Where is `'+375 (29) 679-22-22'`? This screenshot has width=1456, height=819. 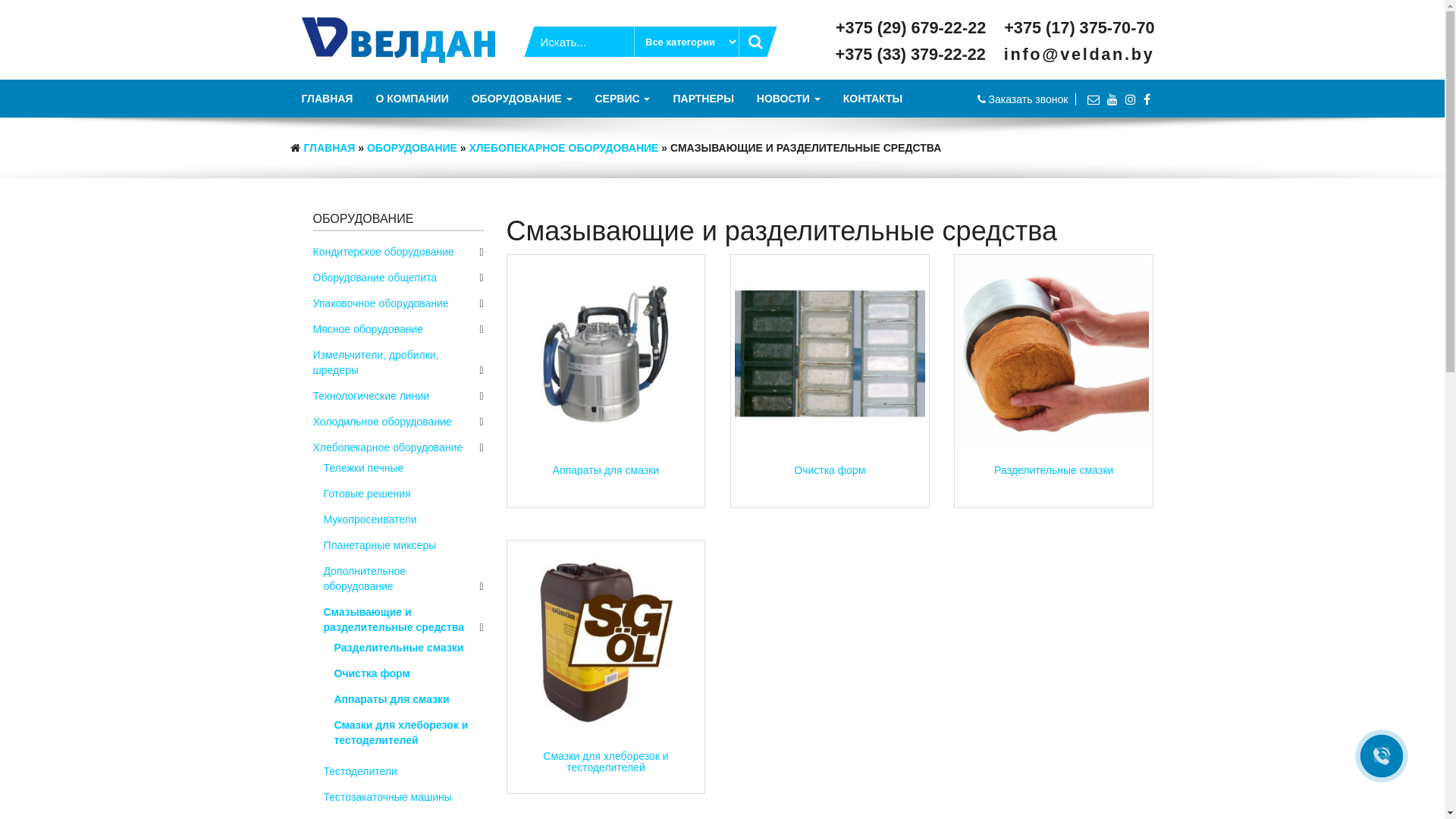 '+375 (29) 679-22-22' is located at coordinates (913, 27).